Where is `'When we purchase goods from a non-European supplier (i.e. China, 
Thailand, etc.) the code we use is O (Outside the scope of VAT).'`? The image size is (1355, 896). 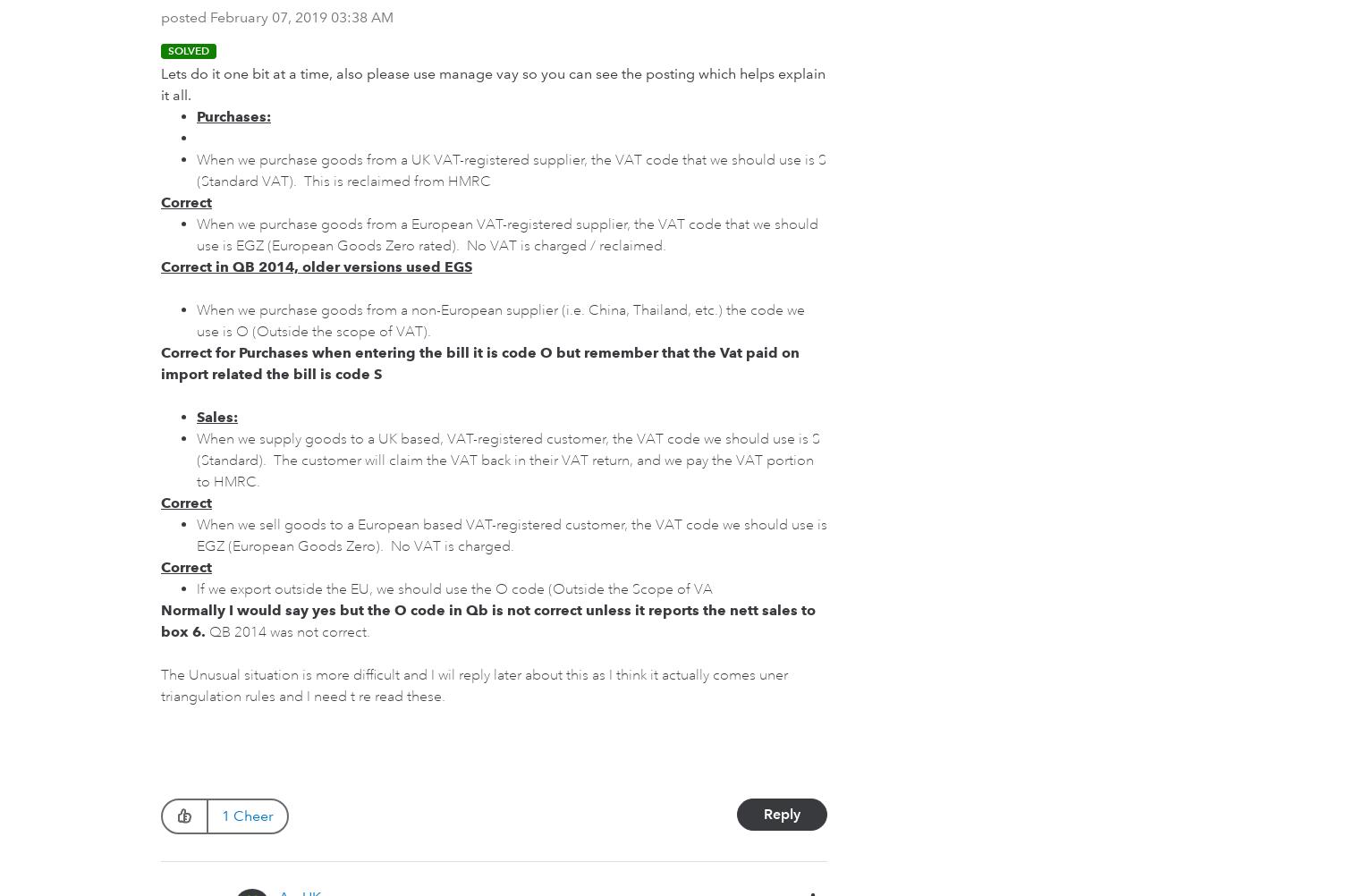 'When we purchase goods from a non-European supplier (i.e. China, 
Thailand, etc.) the code we use is O (Outside the scope of VAT).' is located at coordinates (499, 321).